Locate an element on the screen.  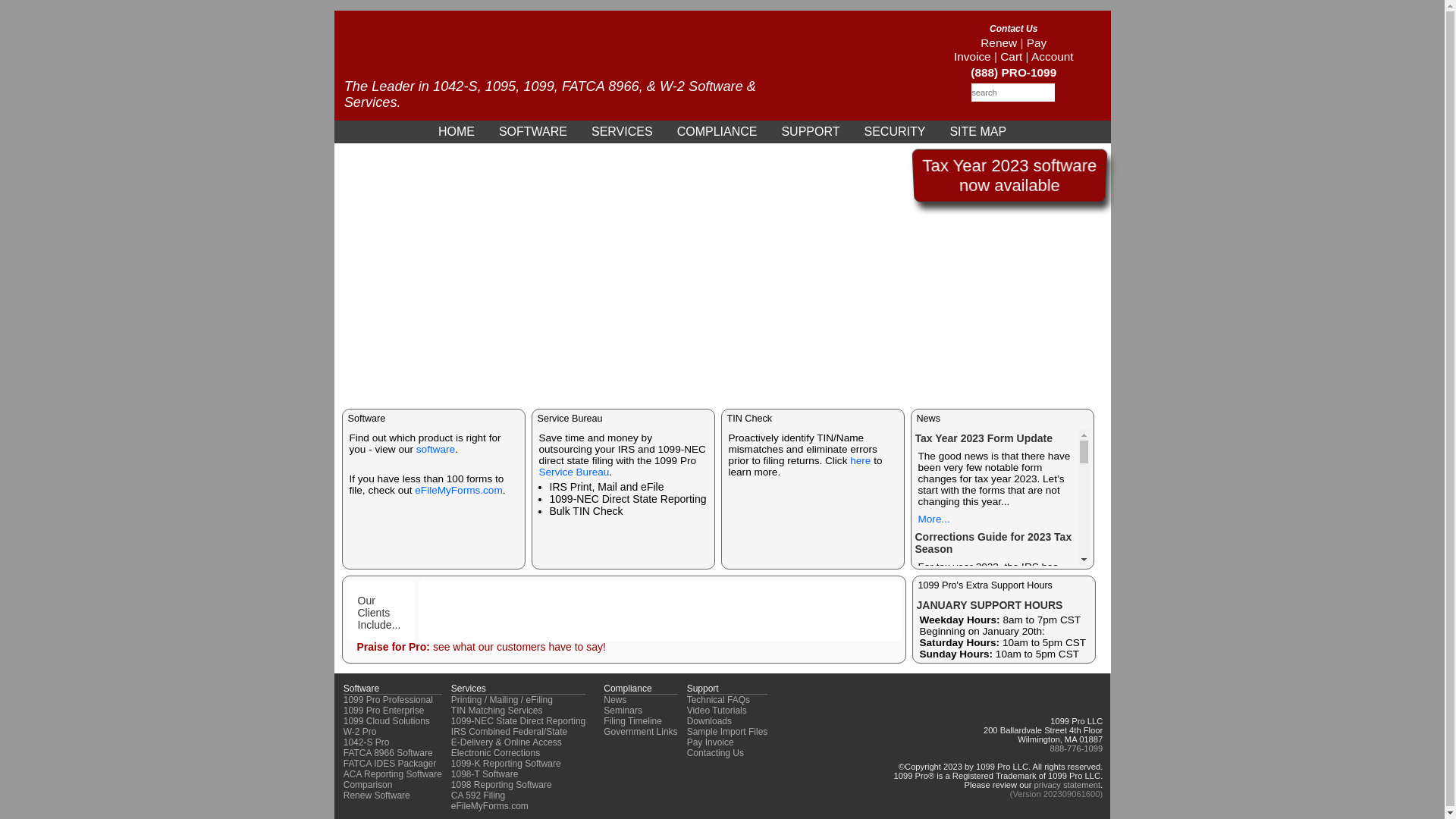
'Printing / Mailing / eFiling' is located at coordinates (450, 699).